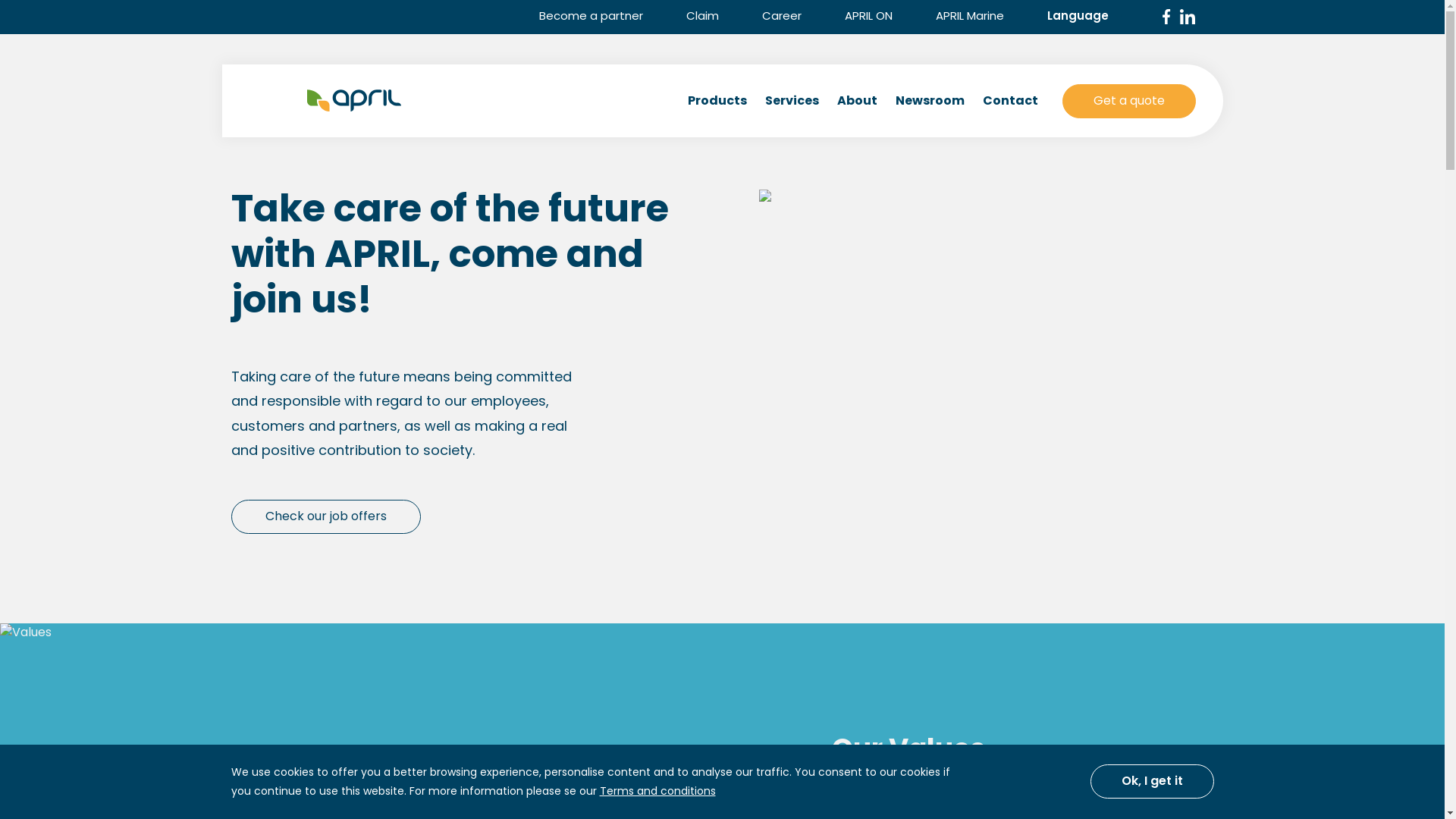  What do you see at coordinates (1086, 15) in the screenshot?
I see `'Language'` at bounding box center [1086, 15].